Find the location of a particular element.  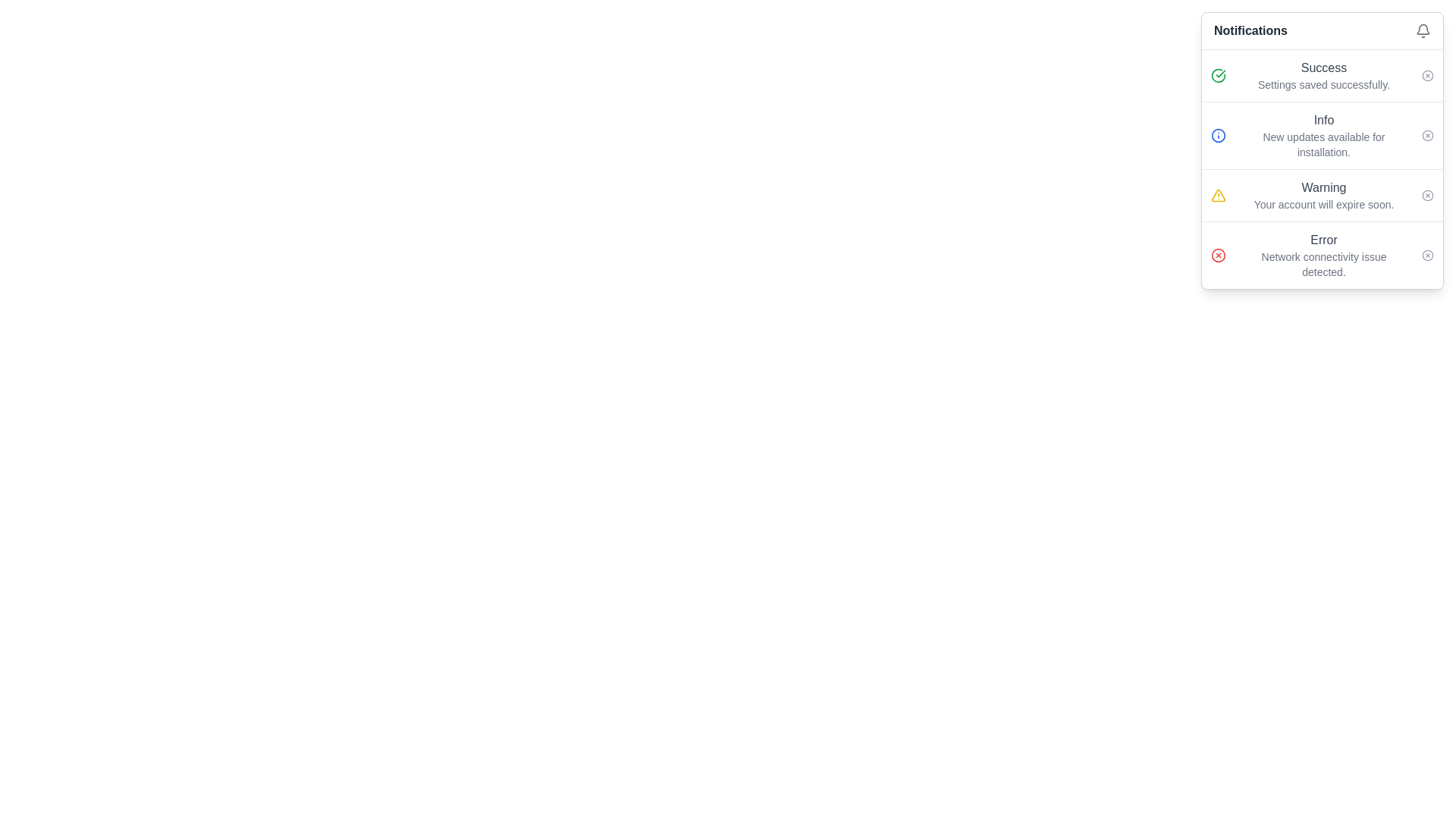

the dismiss icon of the second notification item in the list that displays an information icon with the title 'Info' and message 'New updates available for installation.' is located at coordinates (1321, 134).